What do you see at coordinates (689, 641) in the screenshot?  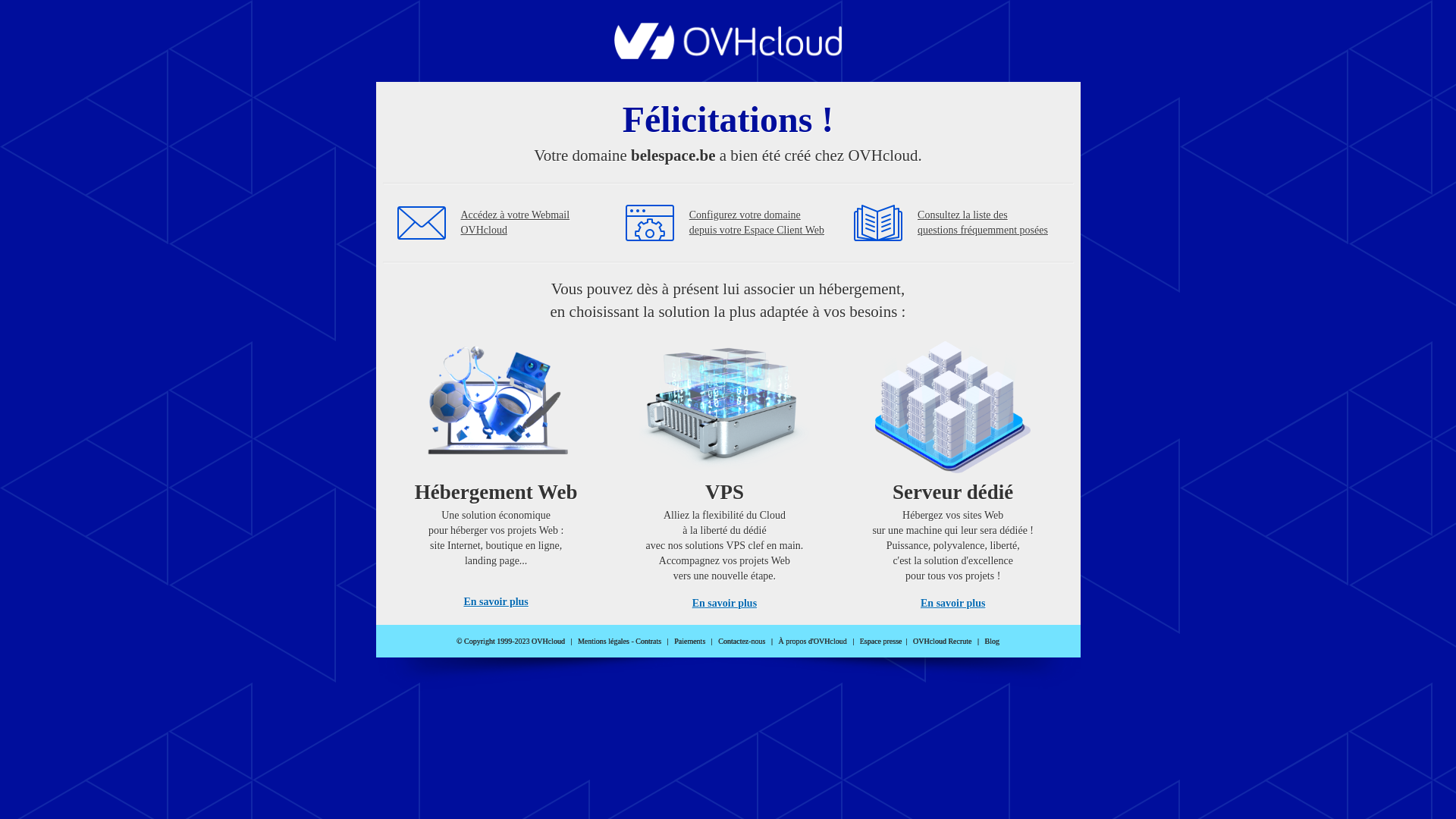 I see `'Paiements'` at bounding box center [689, 641].